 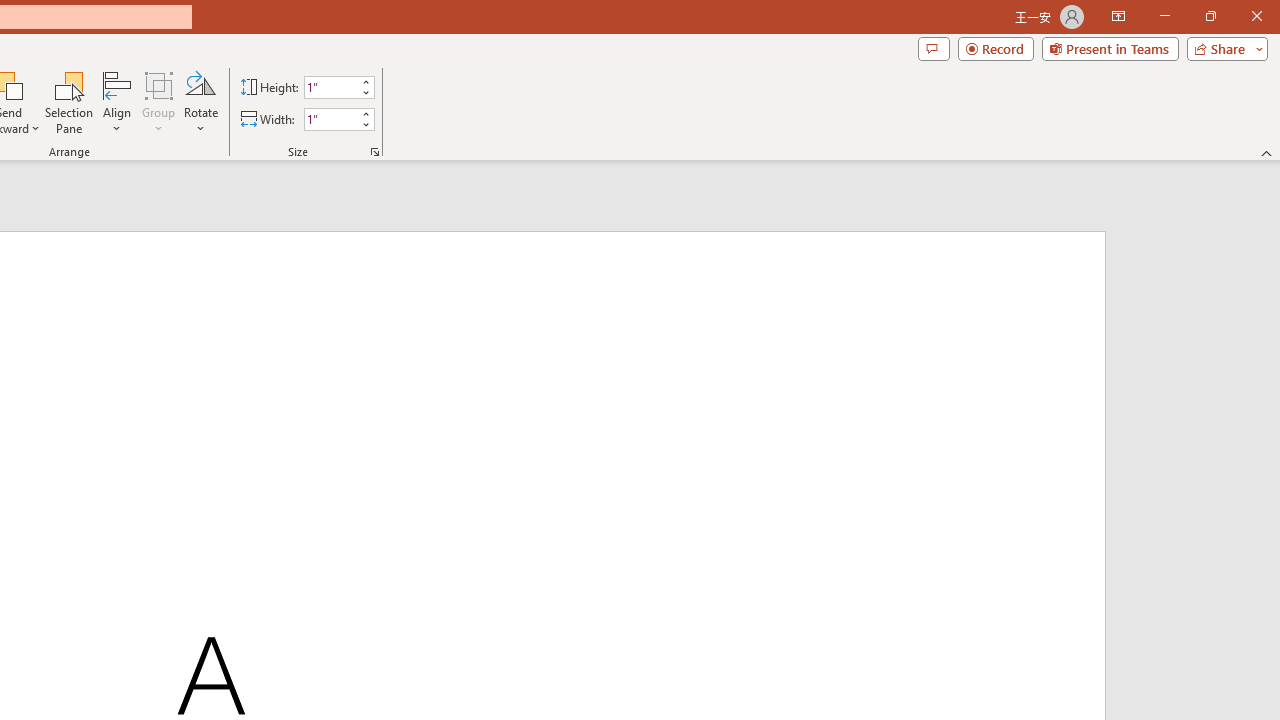 I want to click on 'Align', so click(x=116, y=103).